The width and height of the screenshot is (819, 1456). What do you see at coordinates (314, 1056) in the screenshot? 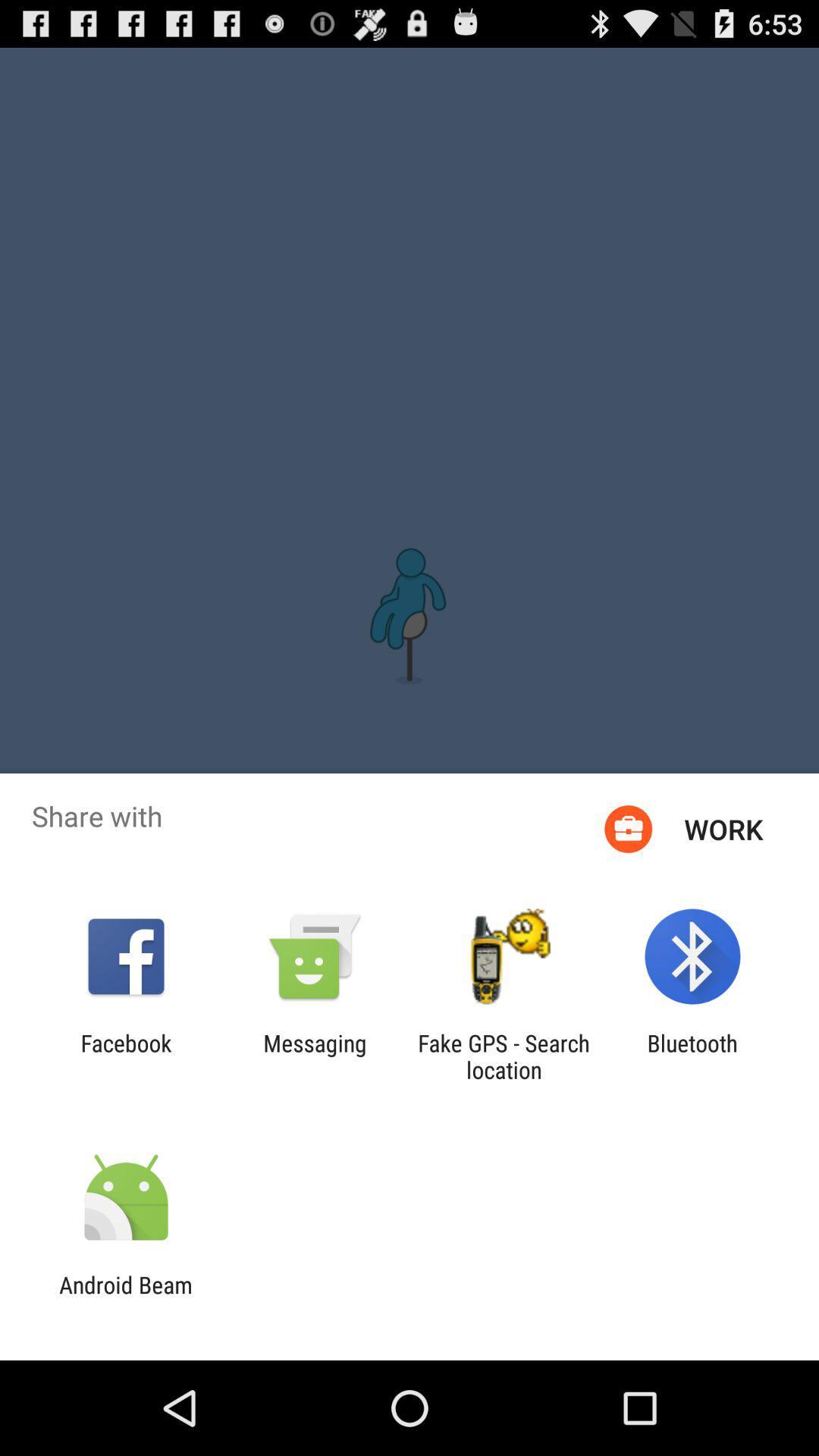
I see `app next to fake gps search` at bounding box center [314, 1056].